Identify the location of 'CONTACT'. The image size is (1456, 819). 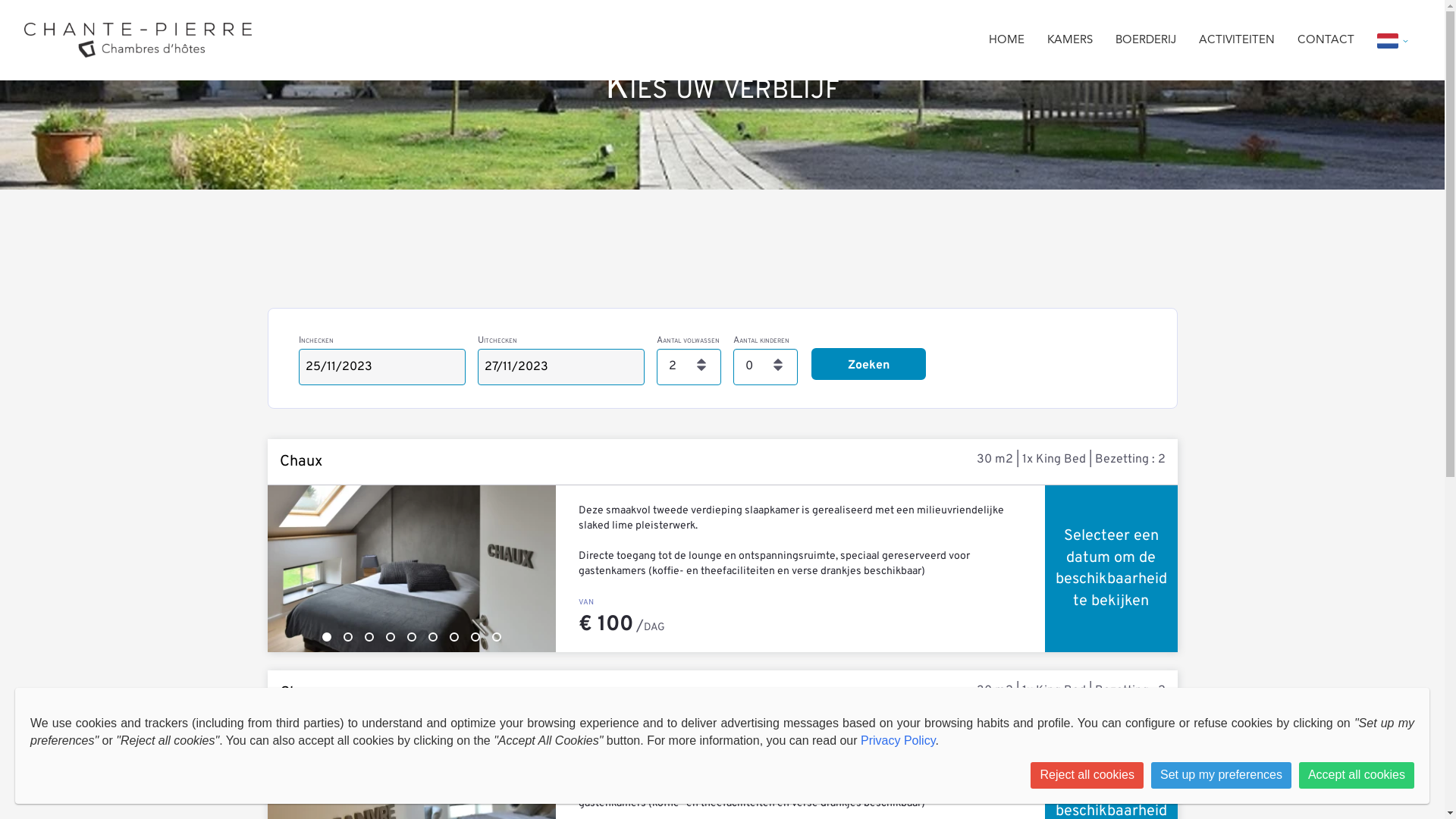
(1296, 39).